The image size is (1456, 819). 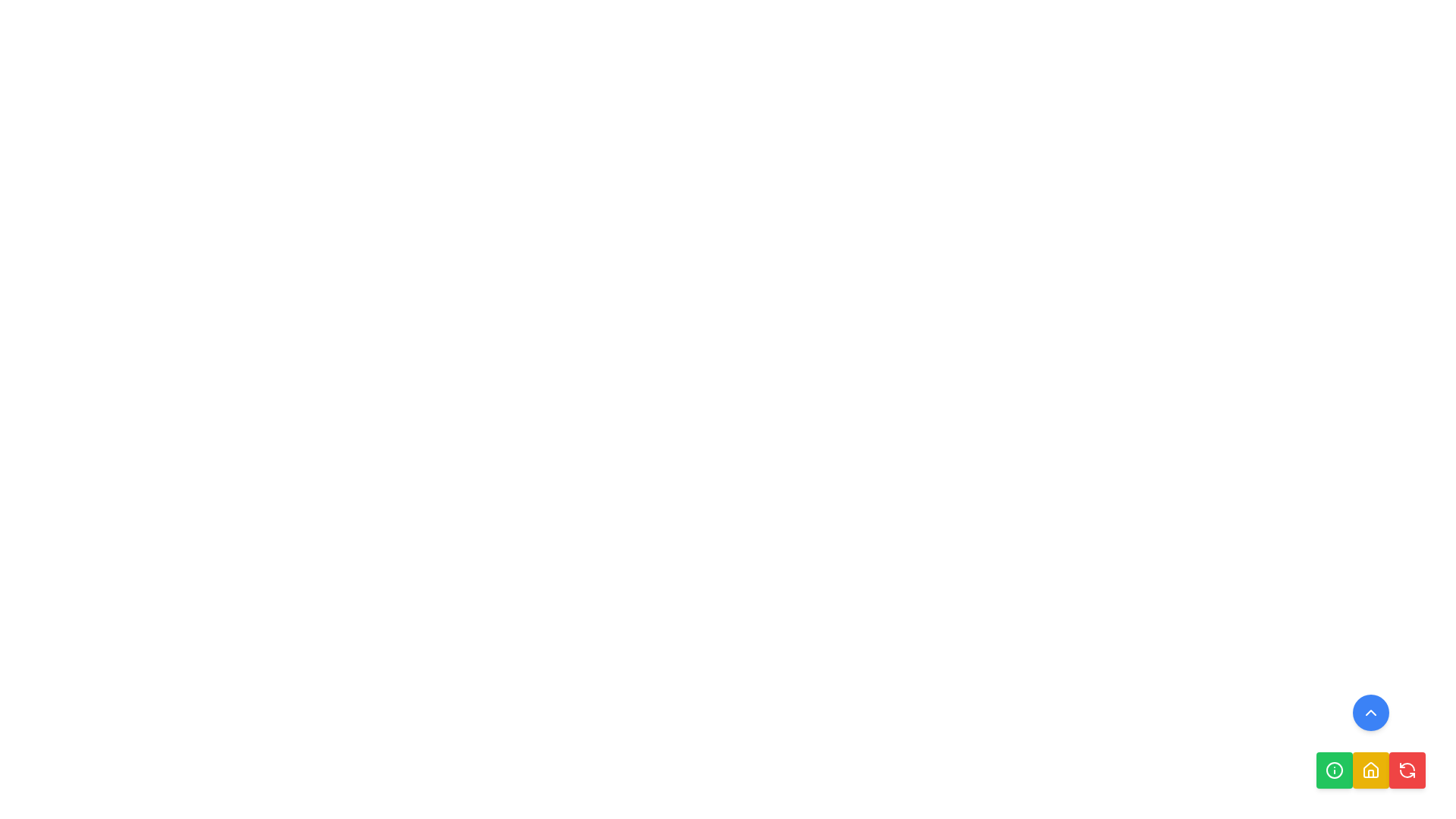 What do you see at coordinates (1335, 770) in the screenshot?
I see `the leftmost button in the bottom-right corner of the interface` at bounding box center [1335, 770].